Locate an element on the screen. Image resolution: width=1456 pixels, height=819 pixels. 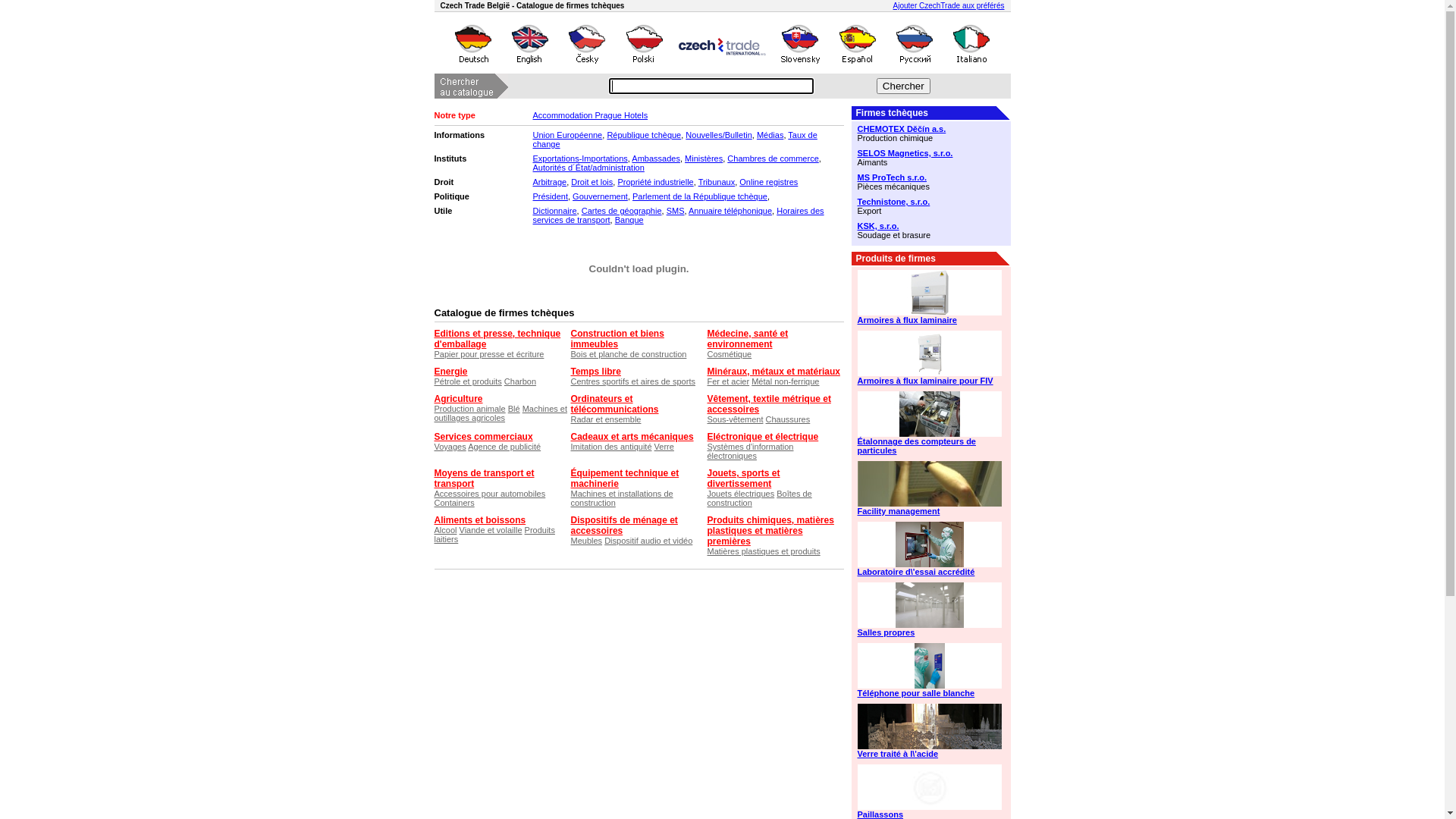
'Chercher' is located at coordinates (877, 86).